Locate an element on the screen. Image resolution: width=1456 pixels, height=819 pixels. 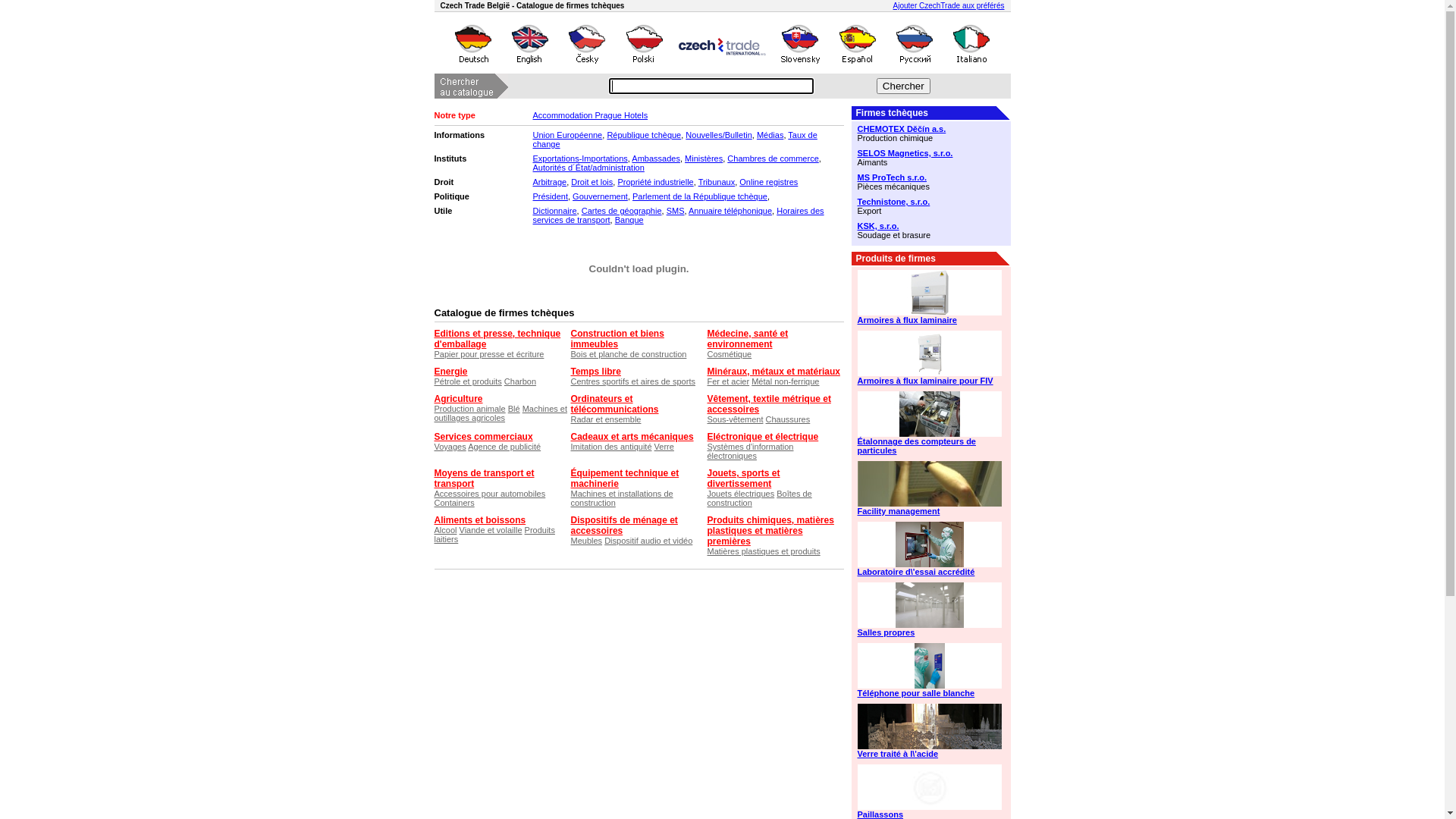
'Chercher' is located at coordinates (877, 86).